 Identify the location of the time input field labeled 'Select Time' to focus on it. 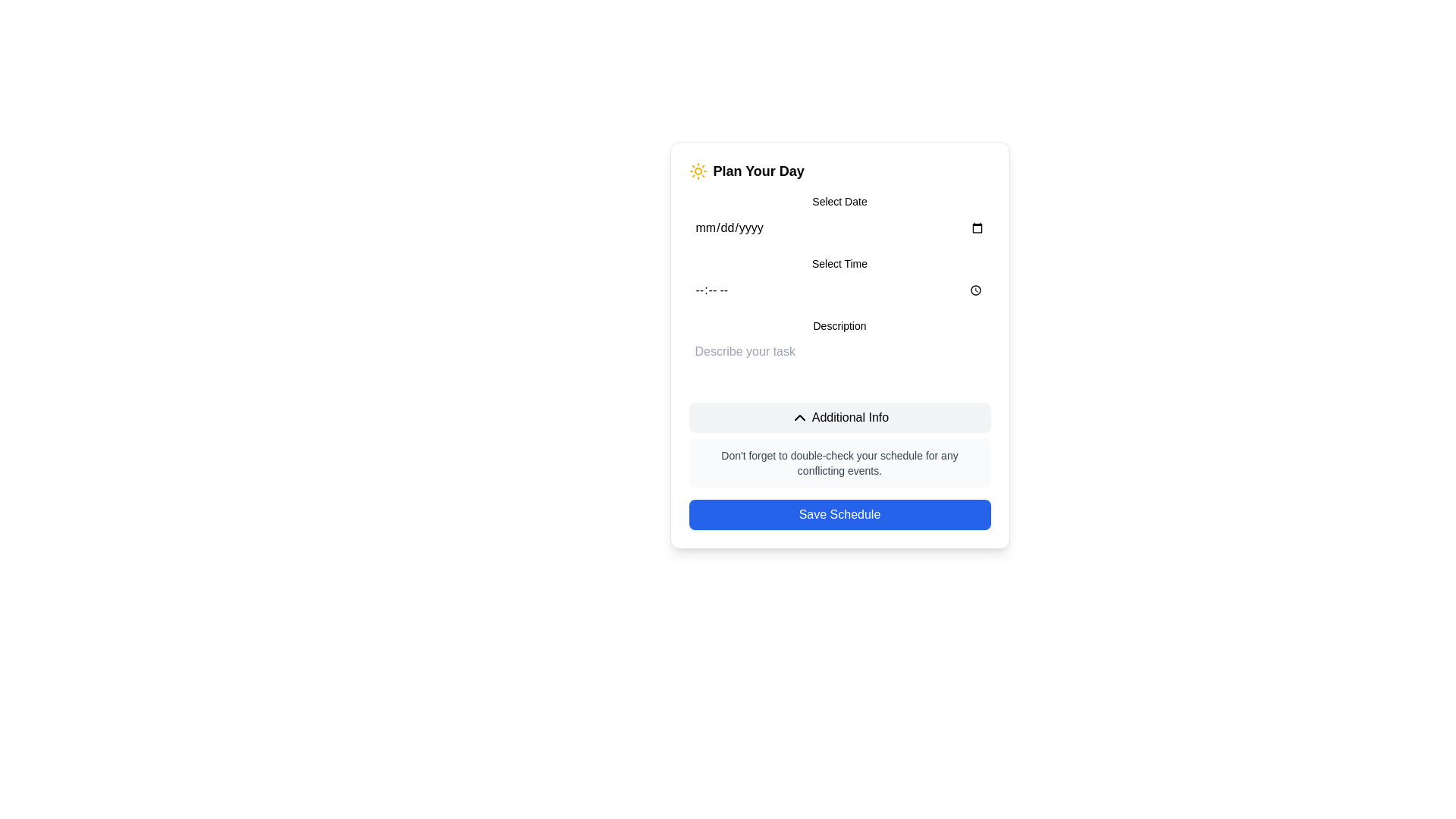
(839, 281).